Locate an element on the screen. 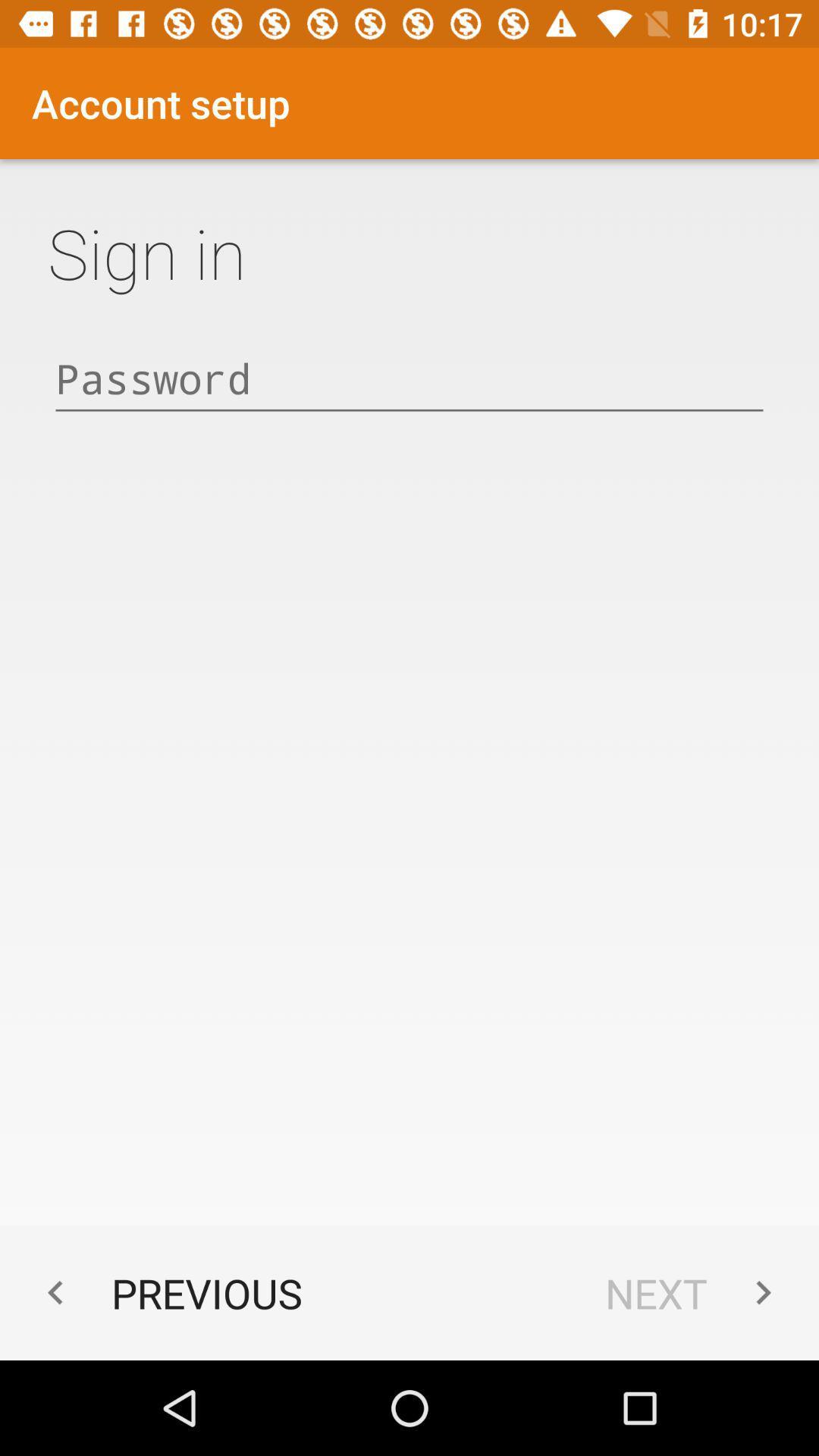 The image size is (819, 1456). previous icon is located at coordinates (167, 1292).